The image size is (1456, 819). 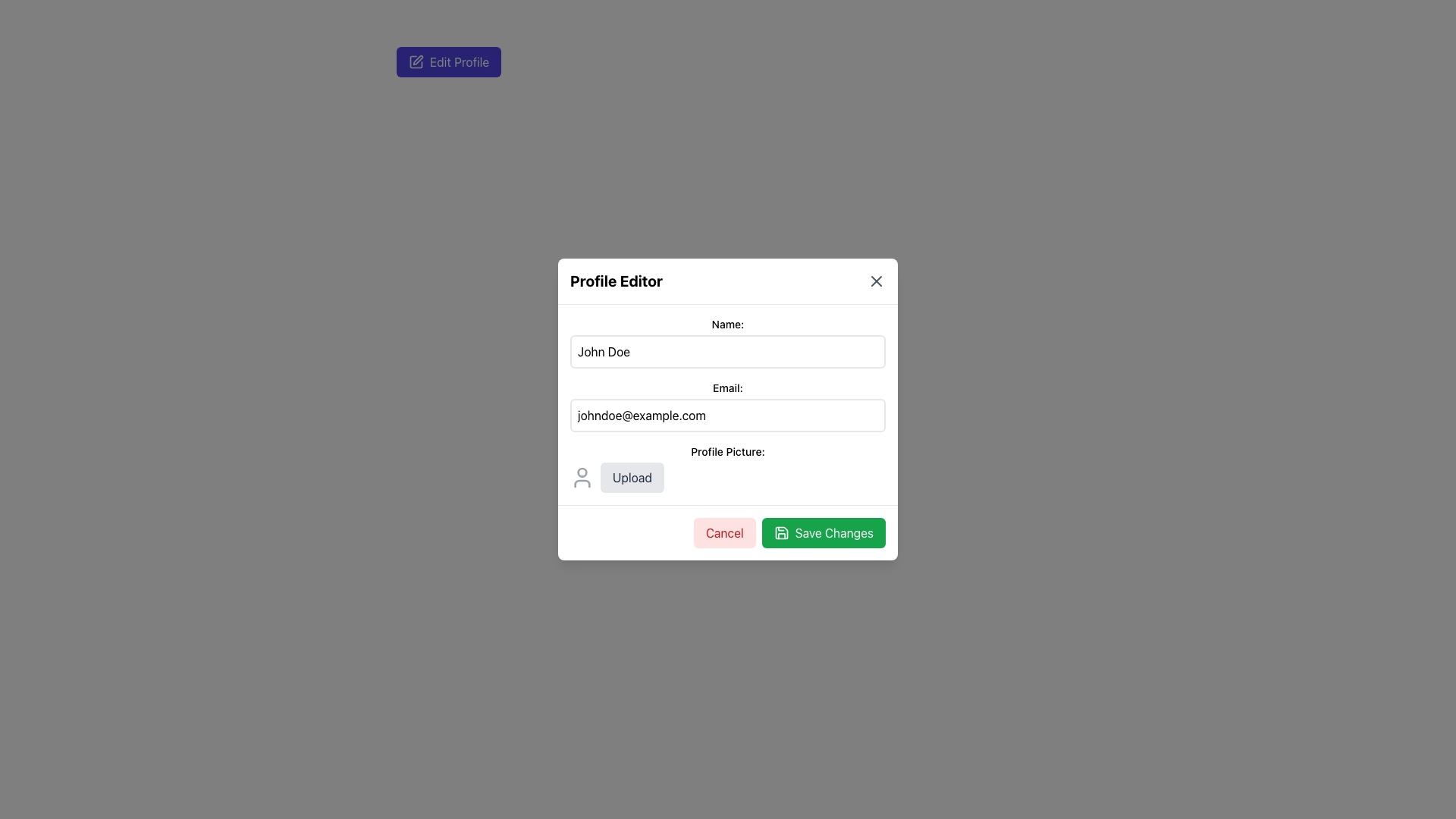 I want to click on the 'Save Changes' button, which is a green rounded rectangular button with white text and a save icon, located in the bottom-right section of the 'Profile Editor' dialog box, so click(x=823, y=532).